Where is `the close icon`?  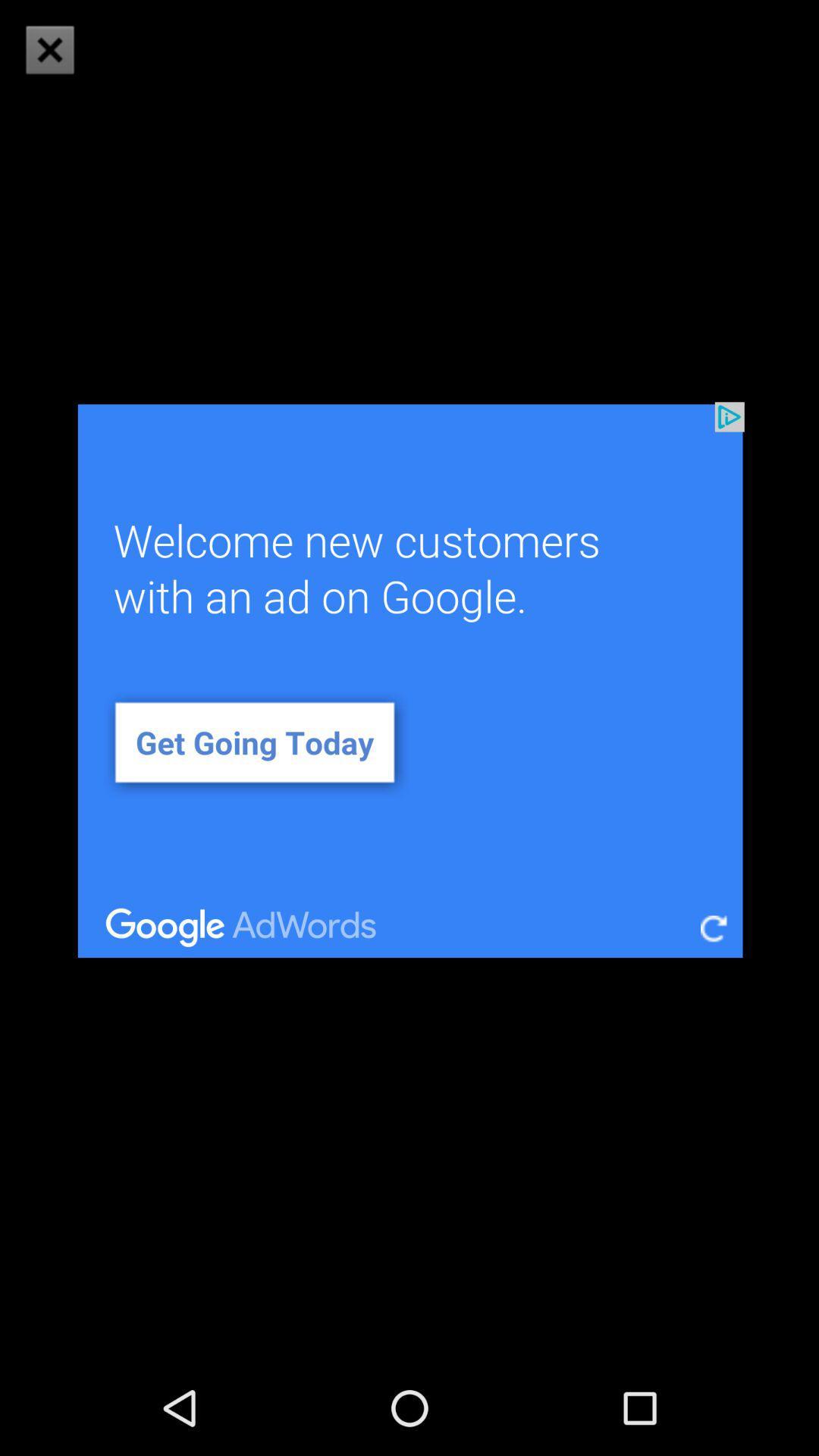
the close icon is located at coordinates (49, 53).